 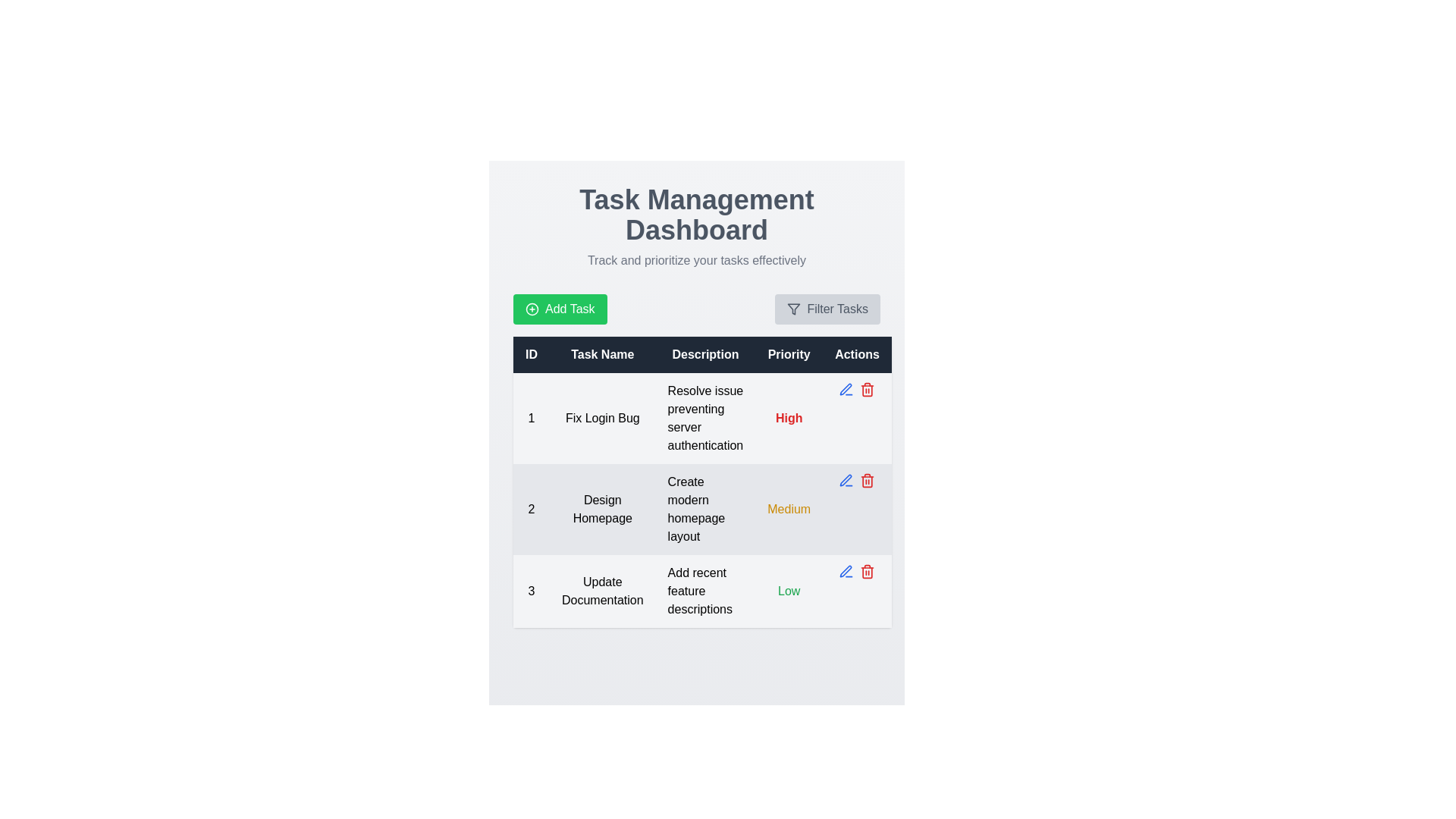 I want to click on the red, bold text label displaying 'High' located in the first row under the 'Priority' column of the task 'Fix Login Bug', so click(x=789, y=418).